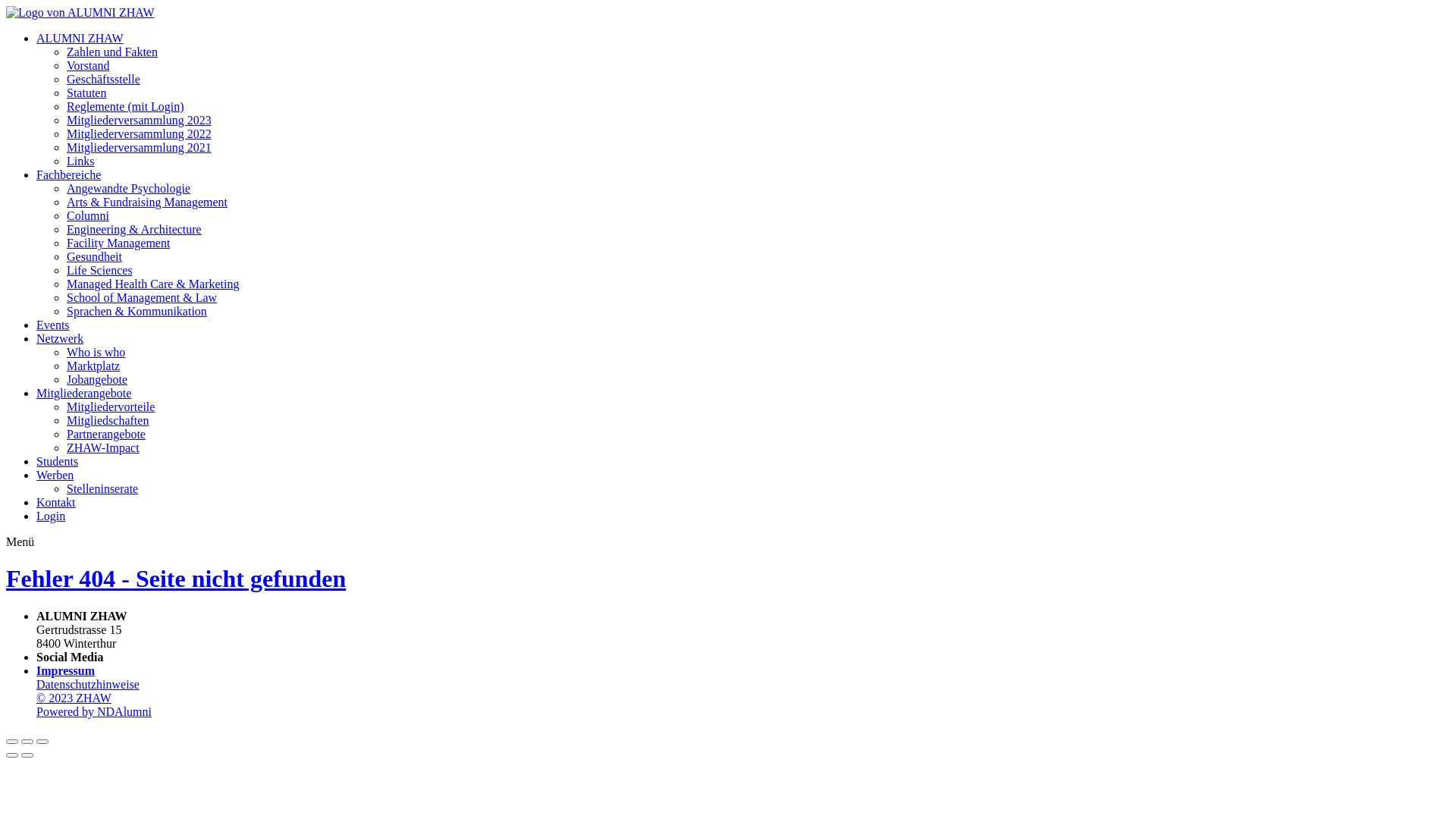 The width and height of the screenshot is (1456, 819). What do you see at coordinates (55, 474) in the screenshot?
I see `'Werben'` at bounding box center [55, 474].